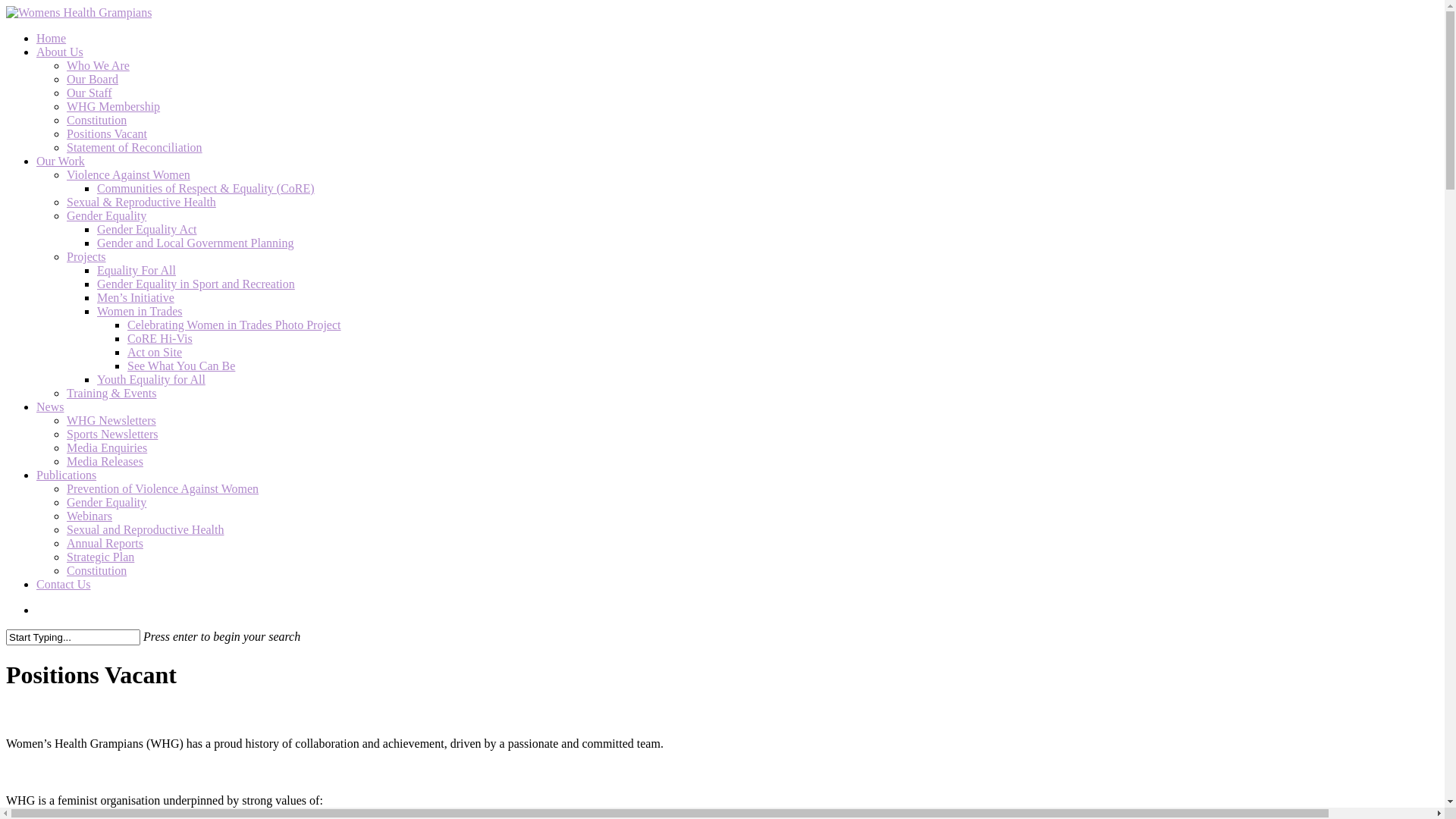 The image size is (1456, 819). What do you see at coordinates (146, 229) in the screenshot?
I see `'Gender Equality Act'` at bounding box center [146, 229].